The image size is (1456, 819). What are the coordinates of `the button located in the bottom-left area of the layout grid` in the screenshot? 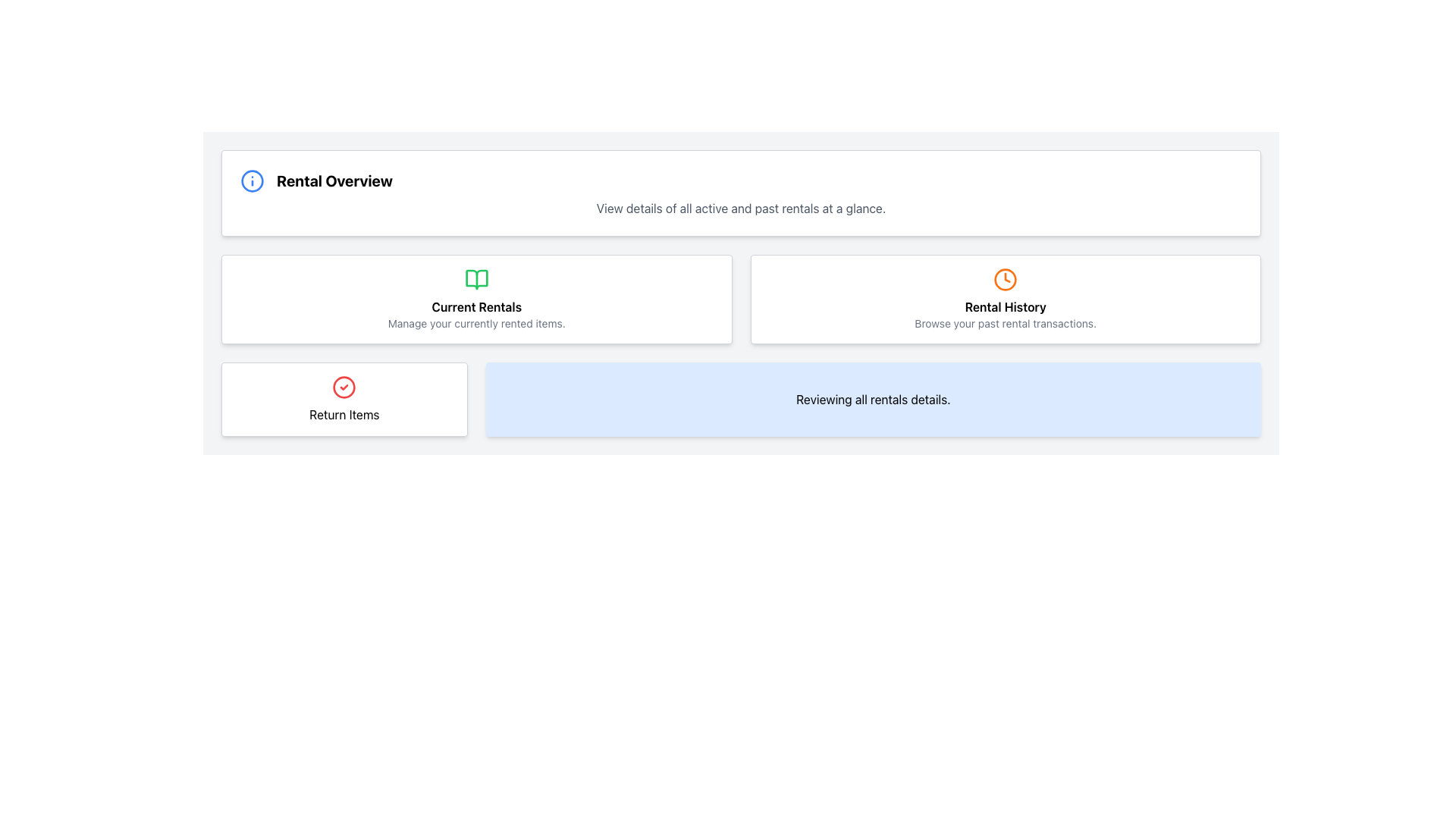 It's located at (344, 399).